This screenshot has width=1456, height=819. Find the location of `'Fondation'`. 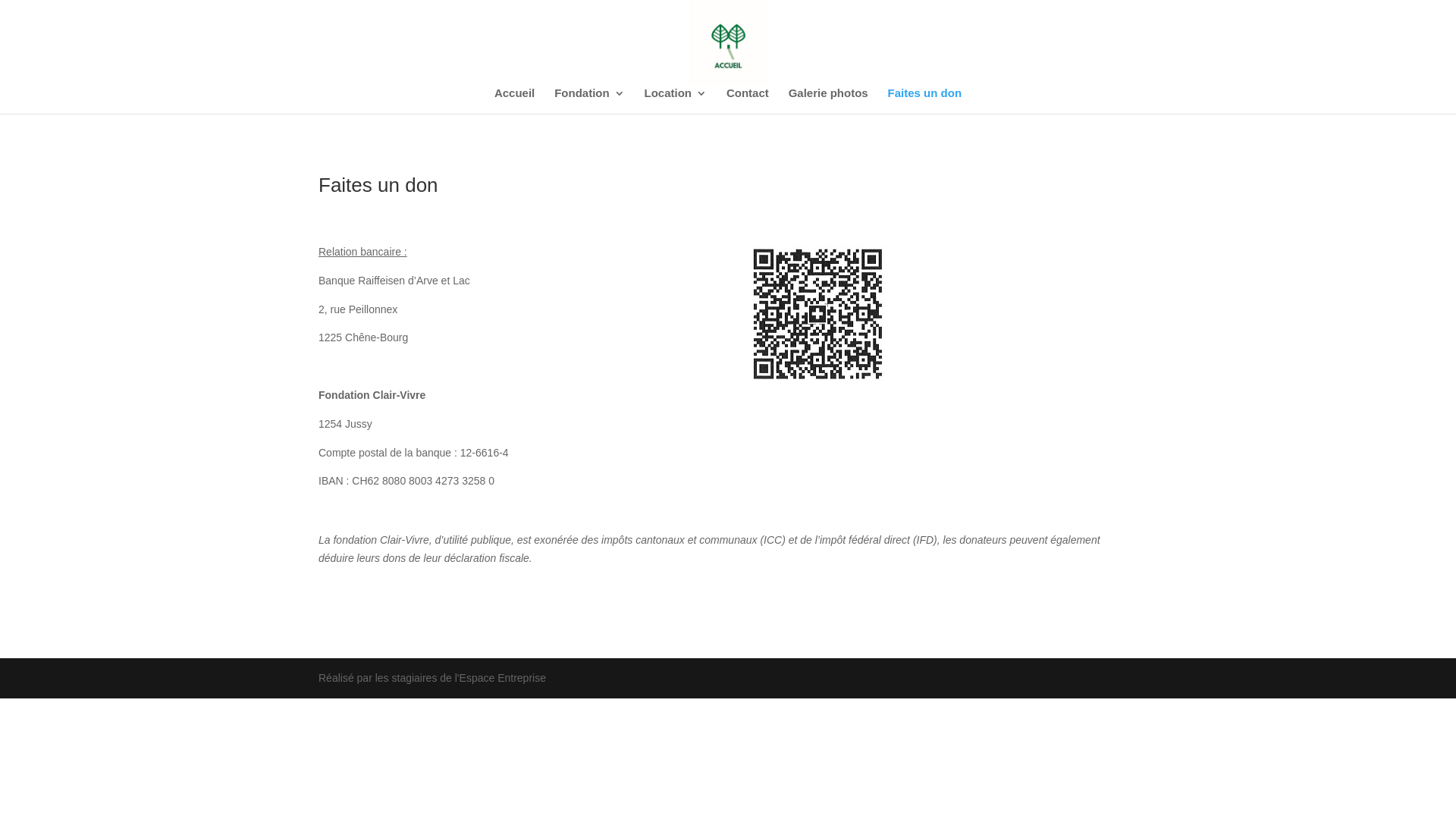

'Fondation' is located at coordinates (588, 100).